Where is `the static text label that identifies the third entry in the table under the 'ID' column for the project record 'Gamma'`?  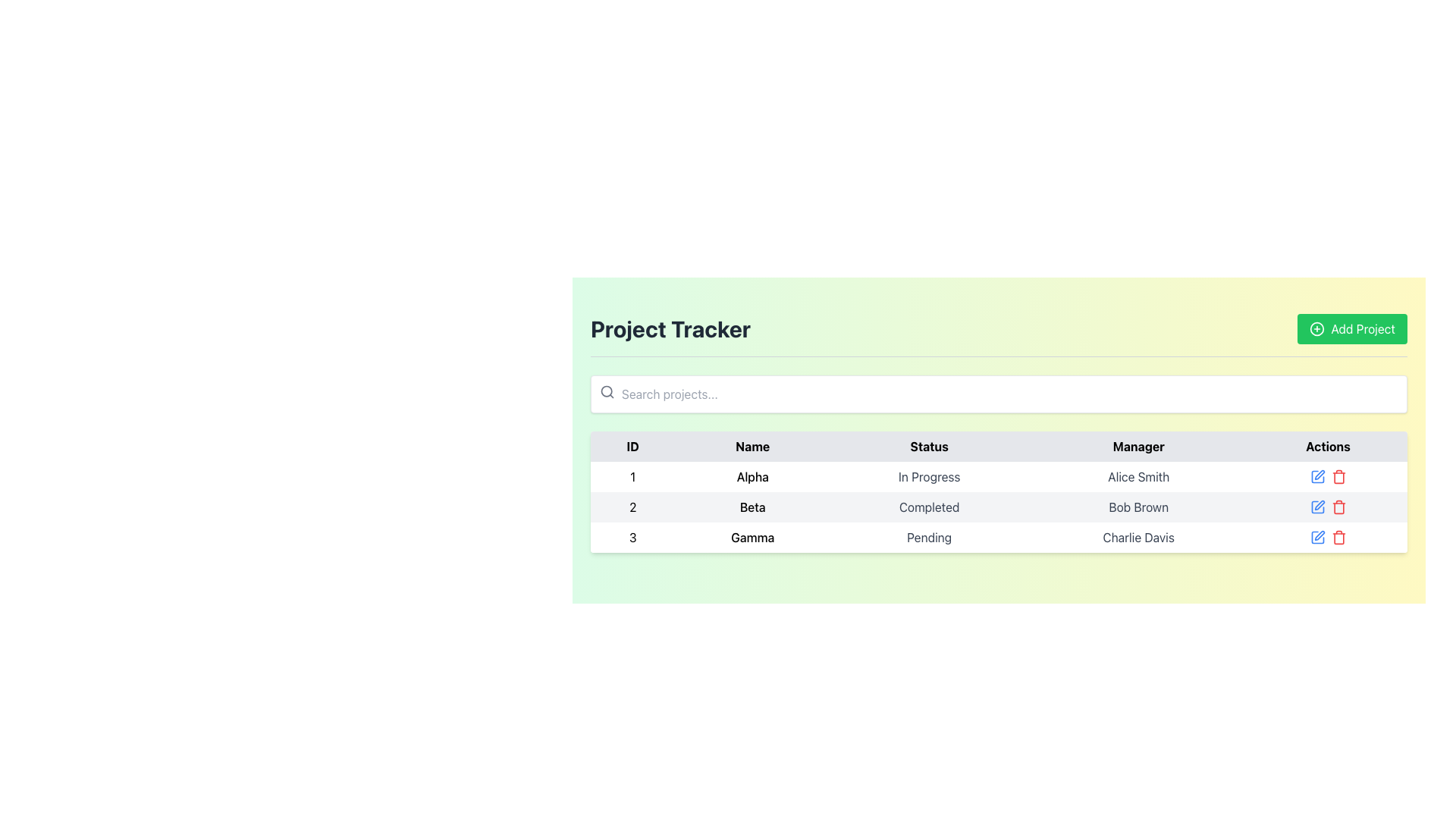
the static text label that identifies the third entry in the table under the 'ID' column for the project record 'Gamma' is located at coordinates (632, 537).